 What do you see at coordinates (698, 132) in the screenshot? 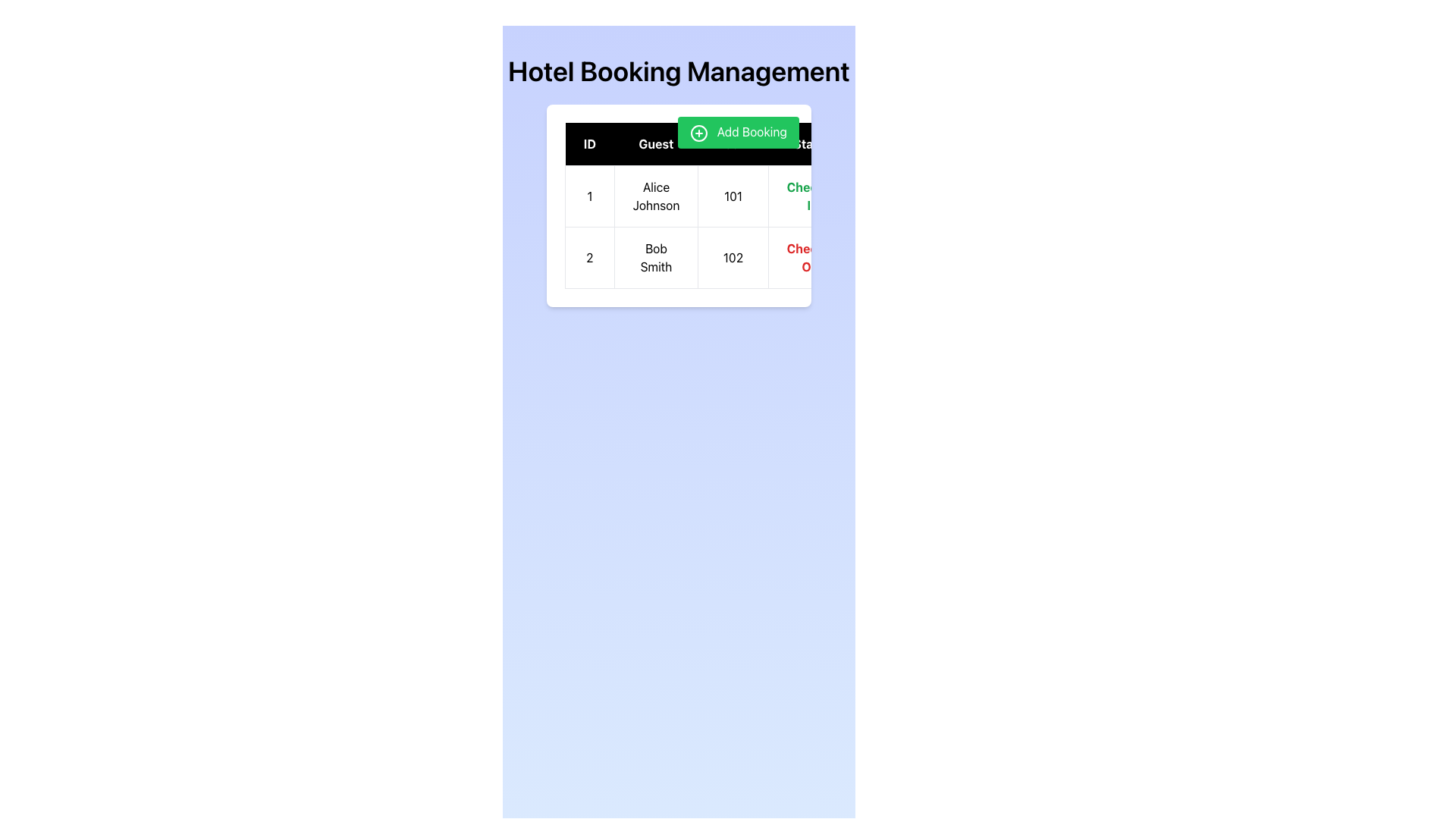
I see `the icon within the 'Add Booking' button, which visually indicates the functionality of adding a new booking, located to the far right of the application interface, above the table of bookings` at bounding box center [698, 132].